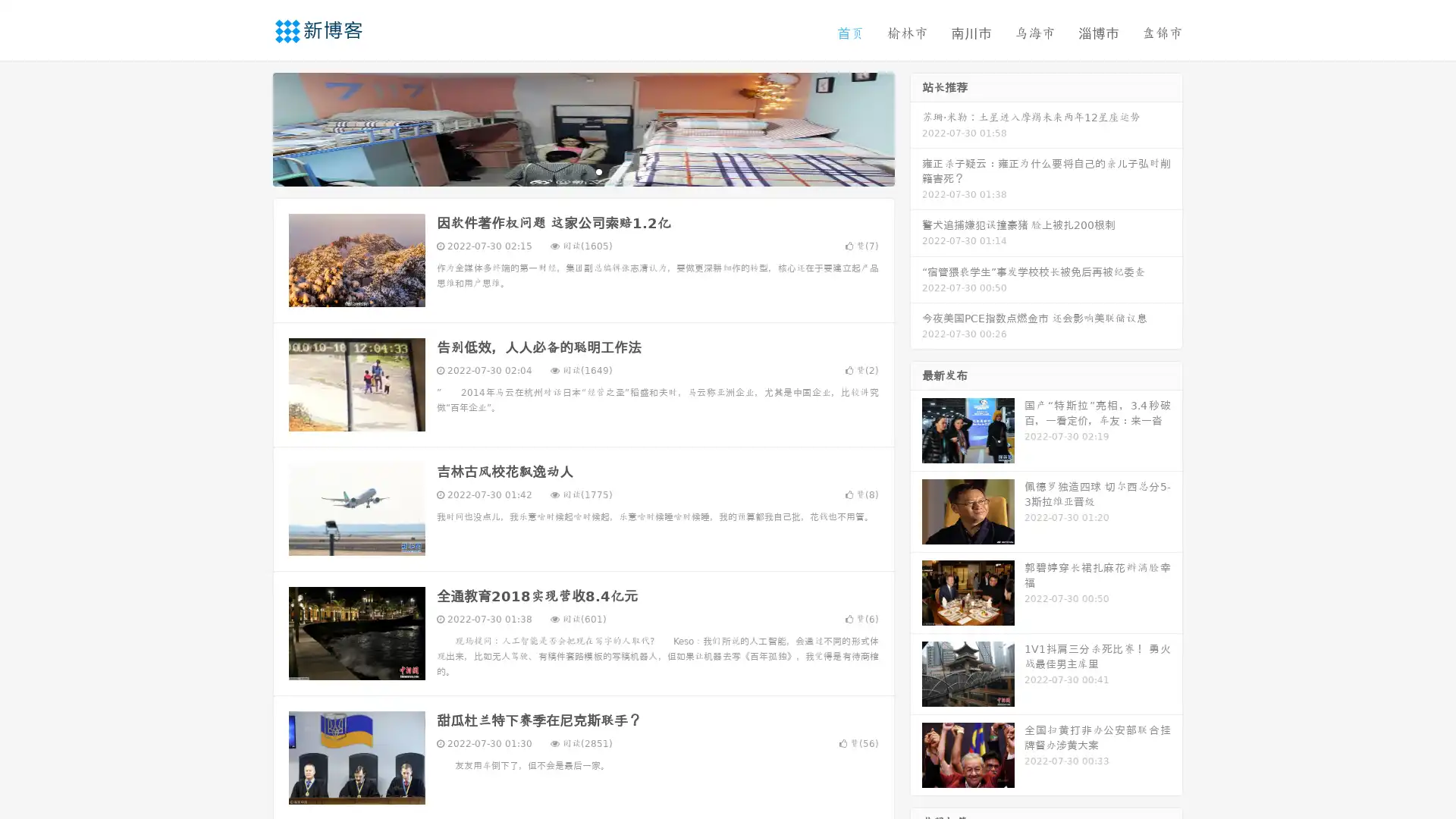 This screenshot has height=819, width=1456. I want to click on Next slide, so click(916, 127).